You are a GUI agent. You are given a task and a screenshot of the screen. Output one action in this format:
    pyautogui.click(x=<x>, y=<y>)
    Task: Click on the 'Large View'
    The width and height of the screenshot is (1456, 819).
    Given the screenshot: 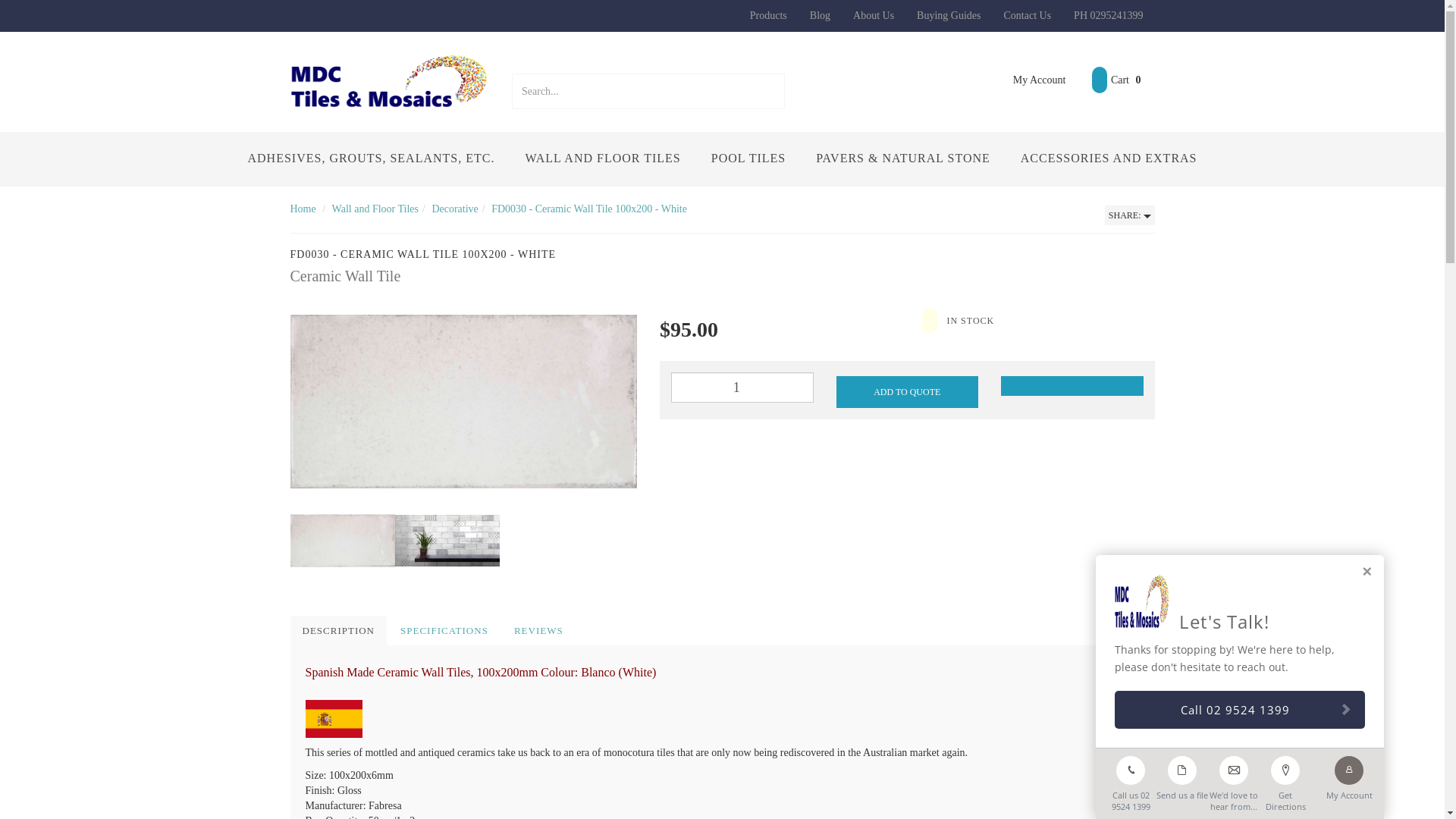 What is the action you would take?
    pyautogui.click(x=394, y=540)
    